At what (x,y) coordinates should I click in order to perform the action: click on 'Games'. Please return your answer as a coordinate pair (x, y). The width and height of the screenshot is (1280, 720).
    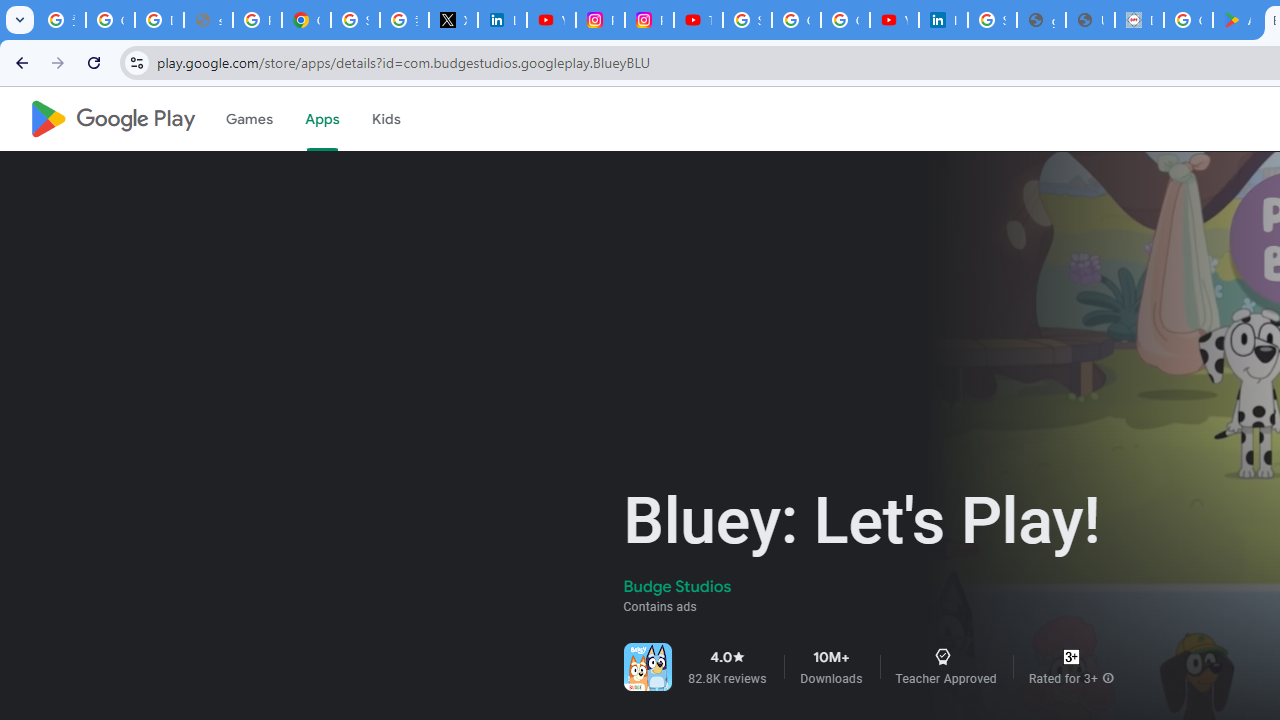
    Looking at the image, I should click on (247, 119).